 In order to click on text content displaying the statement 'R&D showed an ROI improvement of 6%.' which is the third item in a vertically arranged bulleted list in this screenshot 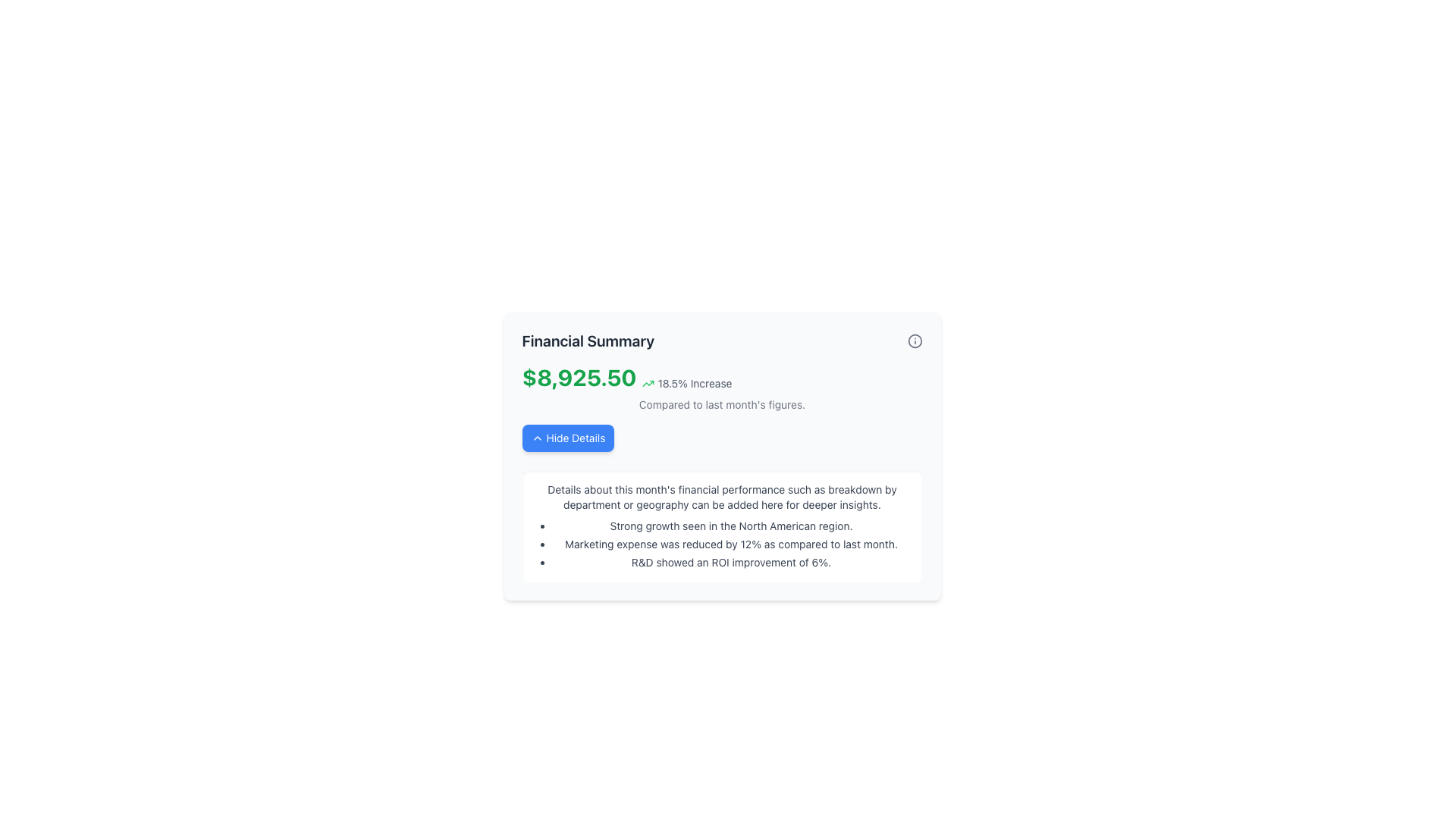, I will do `click(731, 562)`.